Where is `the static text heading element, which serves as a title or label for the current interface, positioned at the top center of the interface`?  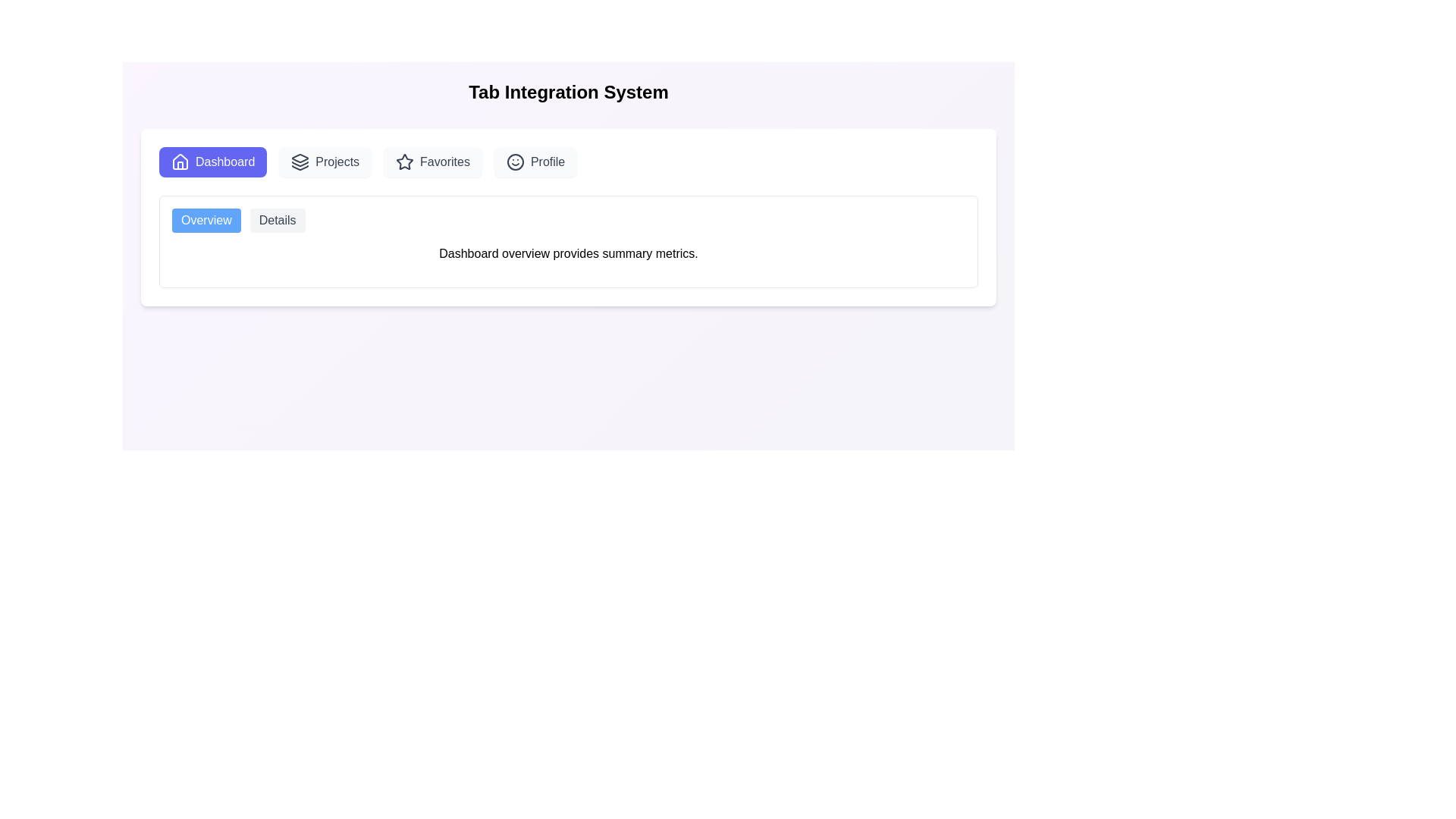
the static text heading element, which serves as a title or label for the current interface, positioned at the top center of the interface is located at coordinates (567, 93).